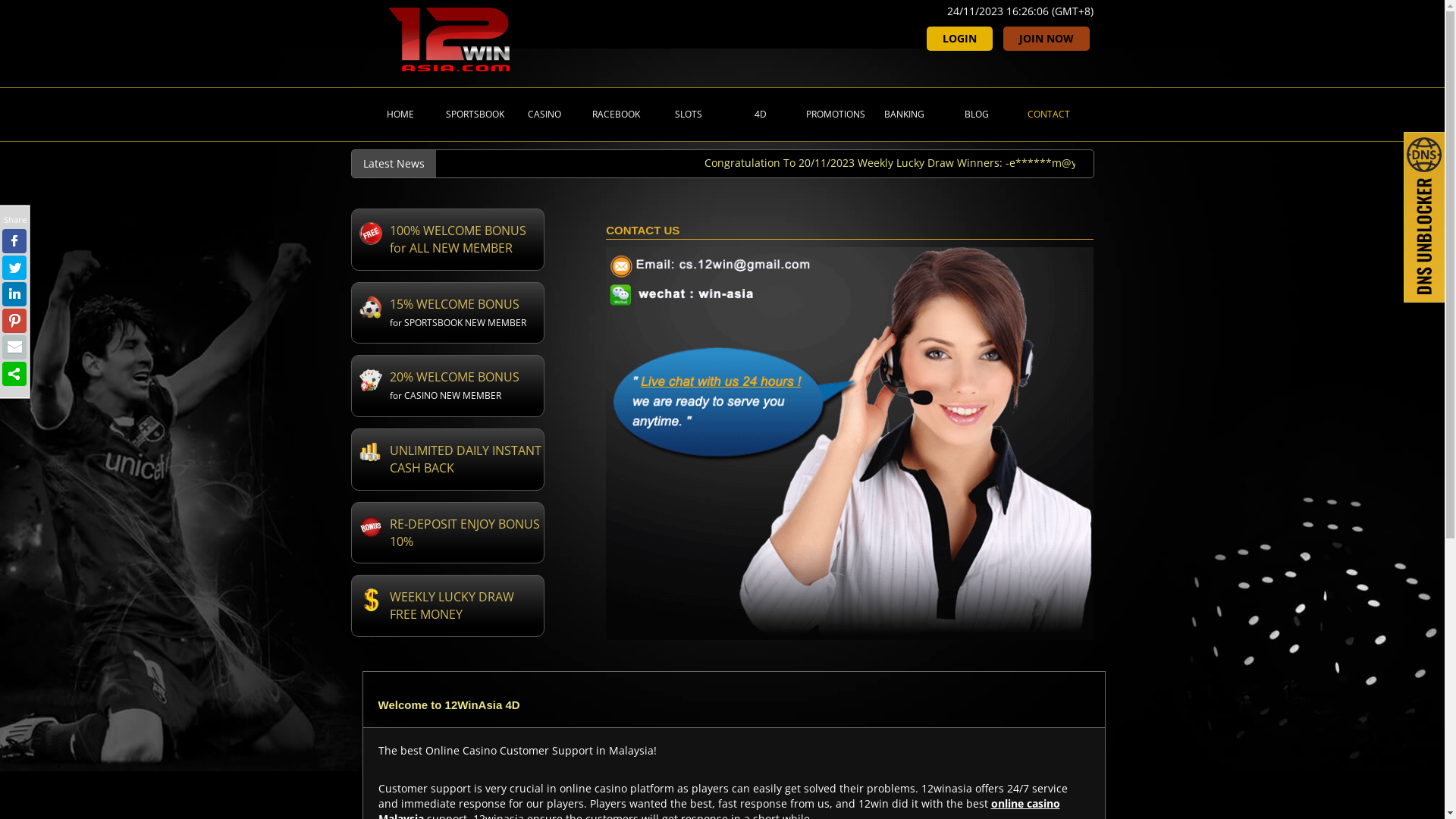 The width and height of the screenshot is (1456, 819). I want to click on 'RE-DEPOSIT ENJOY BONUS 10%', so click(446, 532).